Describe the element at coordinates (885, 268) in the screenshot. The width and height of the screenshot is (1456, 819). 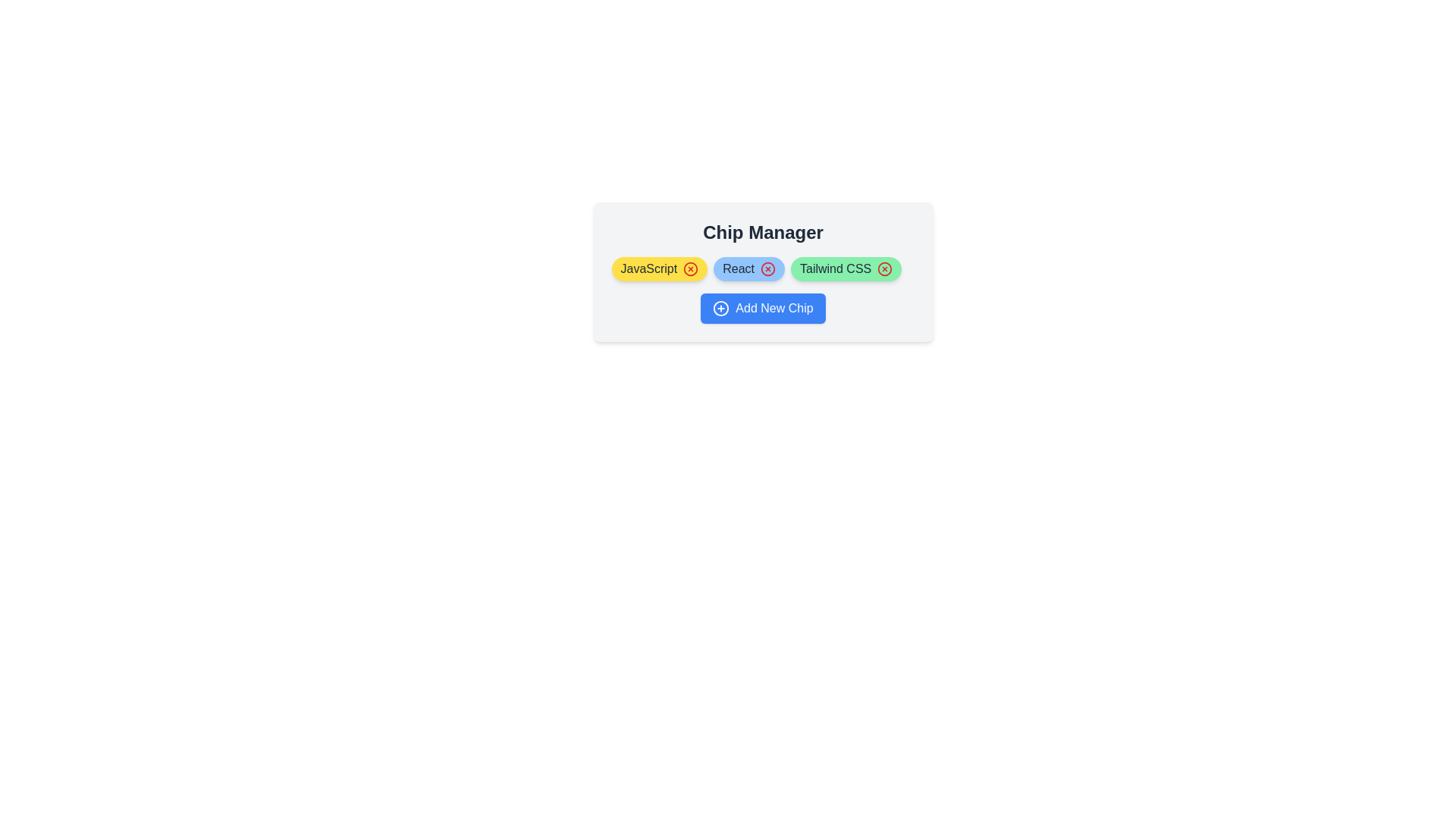
I see `close icon of the chip labeled Tailwind CSS to remove it` at that location.